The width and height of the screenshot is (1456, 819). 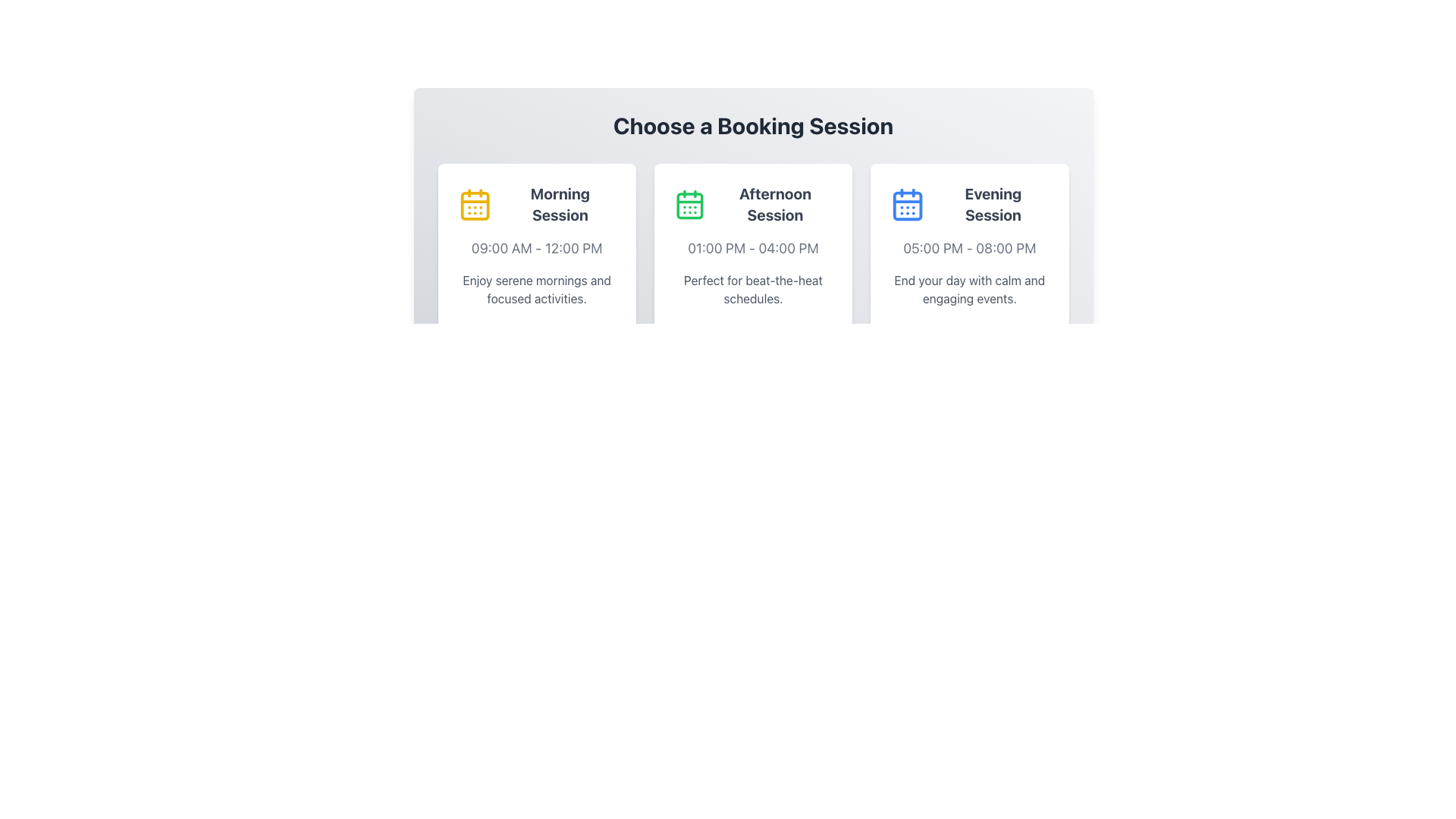 I want to click on the Icon representing the afternoon session time slot, which is located within the 'Afternoon Session' card, second from the left among three cards in the central area of the interface, so click(x=689, y=206).